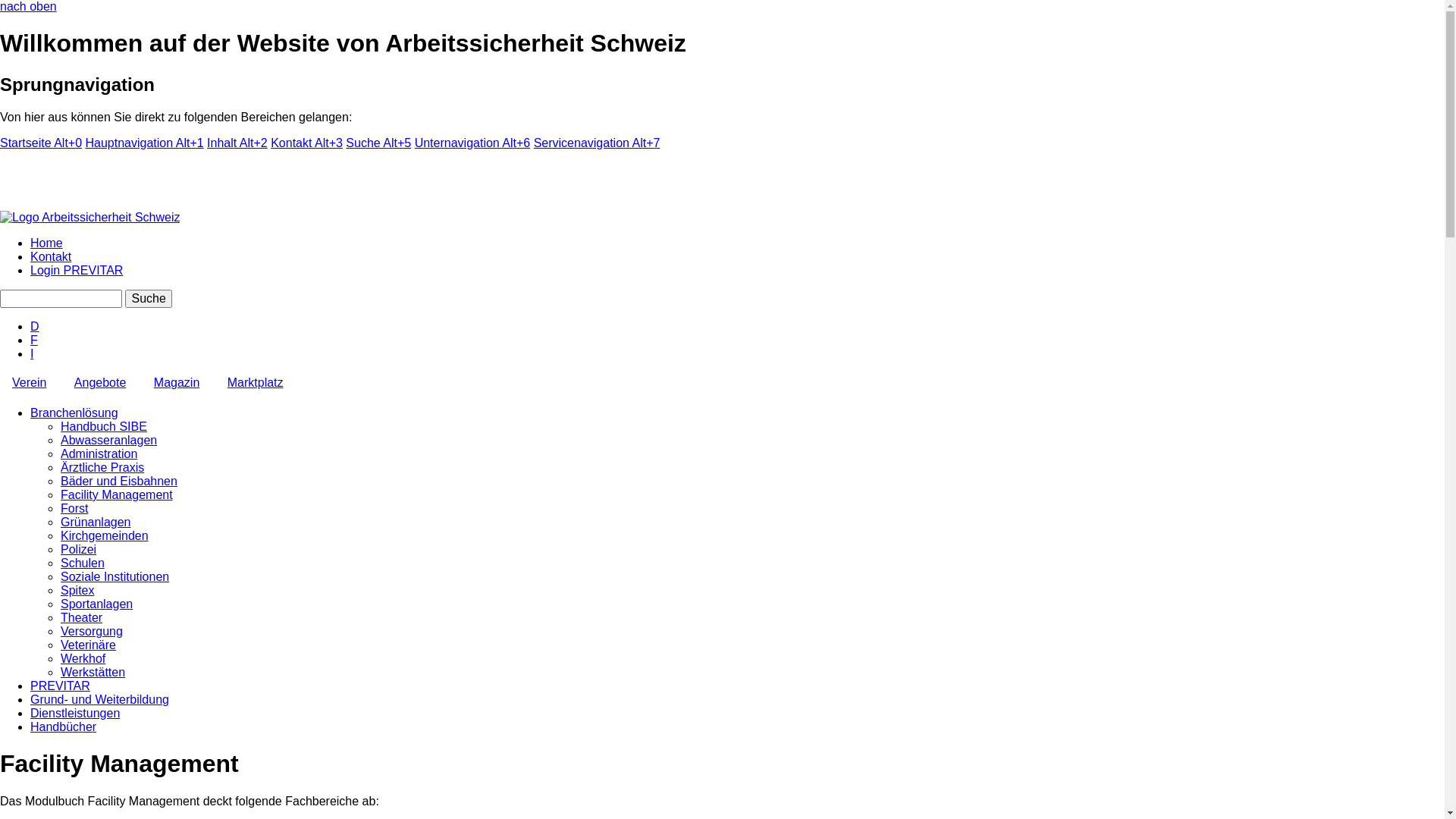 The width and height of the screenshot is (1456, 819). I want to click on 'D', so click(35, 325).